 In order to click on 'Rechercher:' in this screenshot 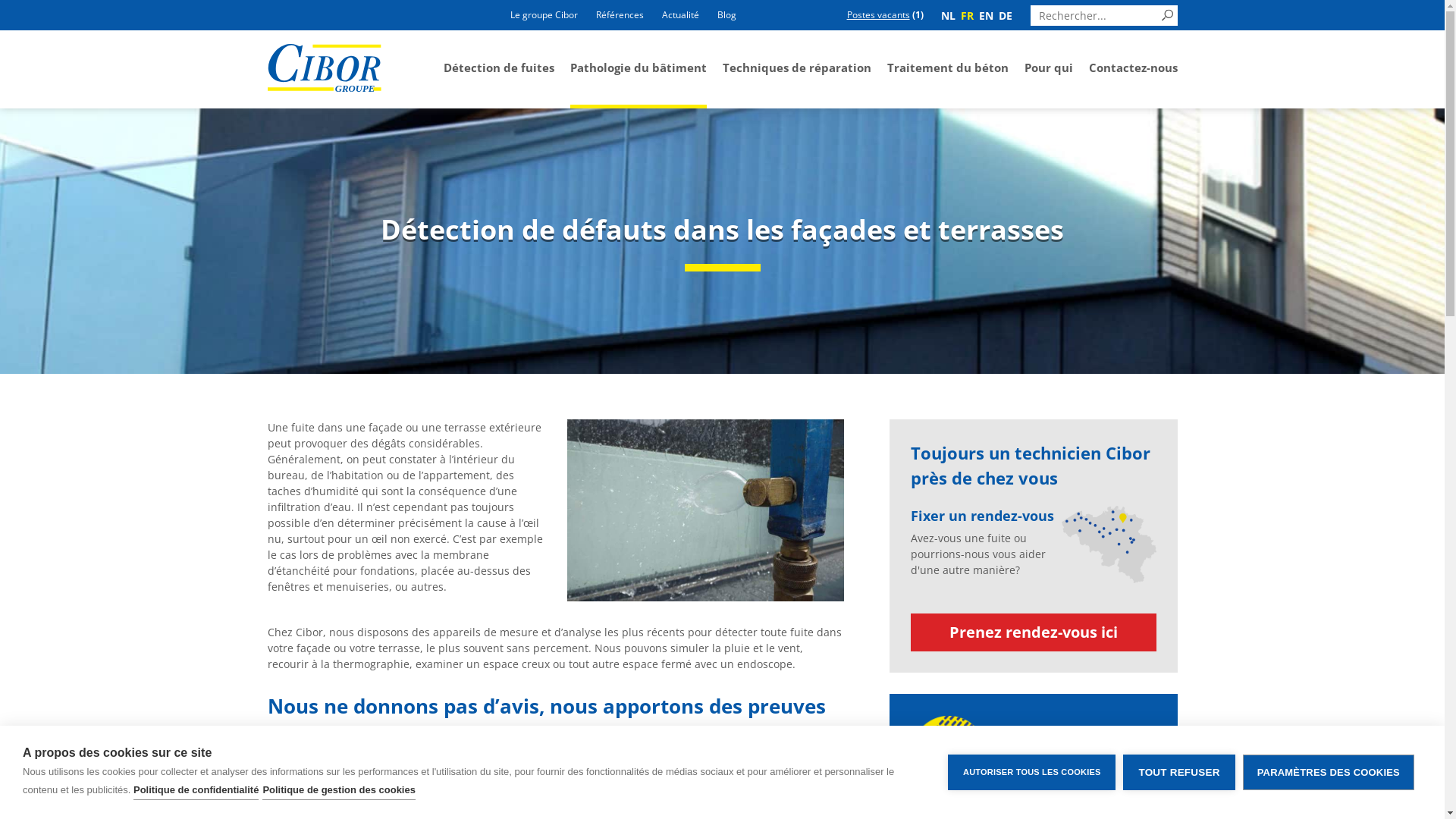, I will do `click(1103, 14)`.